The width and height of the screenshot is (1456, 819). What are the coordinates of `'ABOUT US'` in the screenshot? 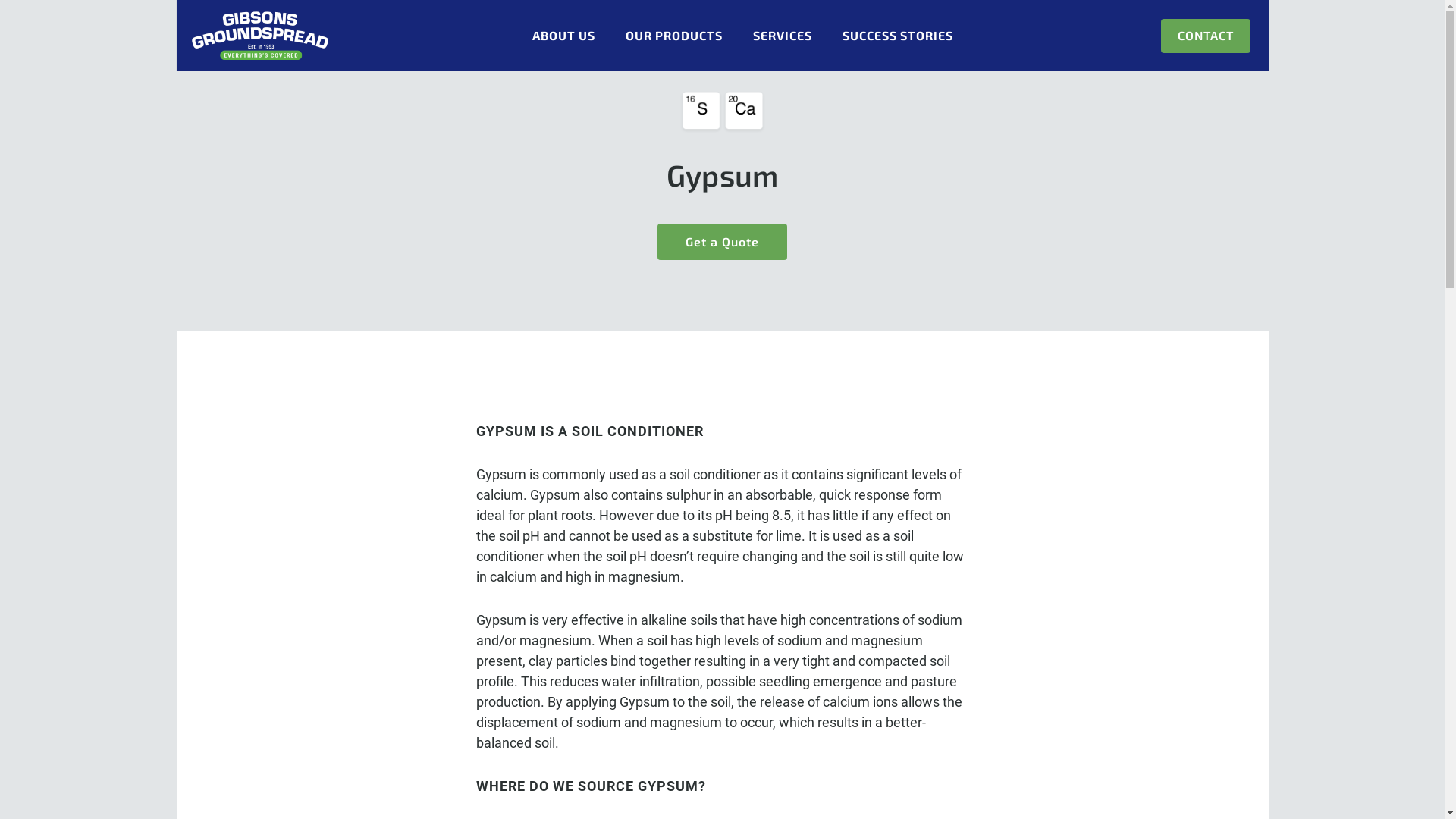 It's located at (563, 35).